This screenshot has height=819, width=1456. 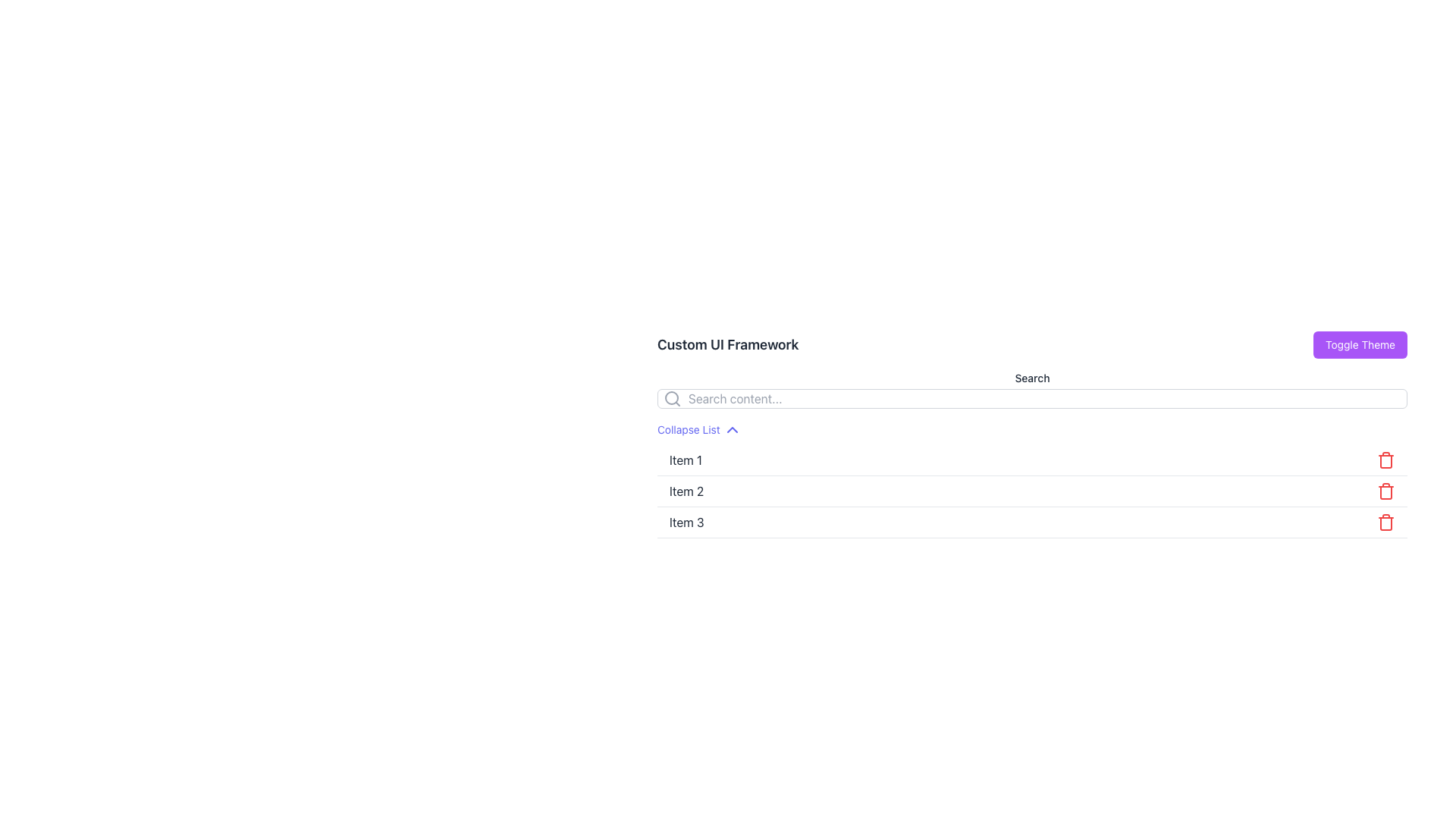 I want to click on the search input field, which is a rounded rectangle with a gray border and a placeholder text 'Search content...', by pressing the tab key, so click(x=1031, y=397).